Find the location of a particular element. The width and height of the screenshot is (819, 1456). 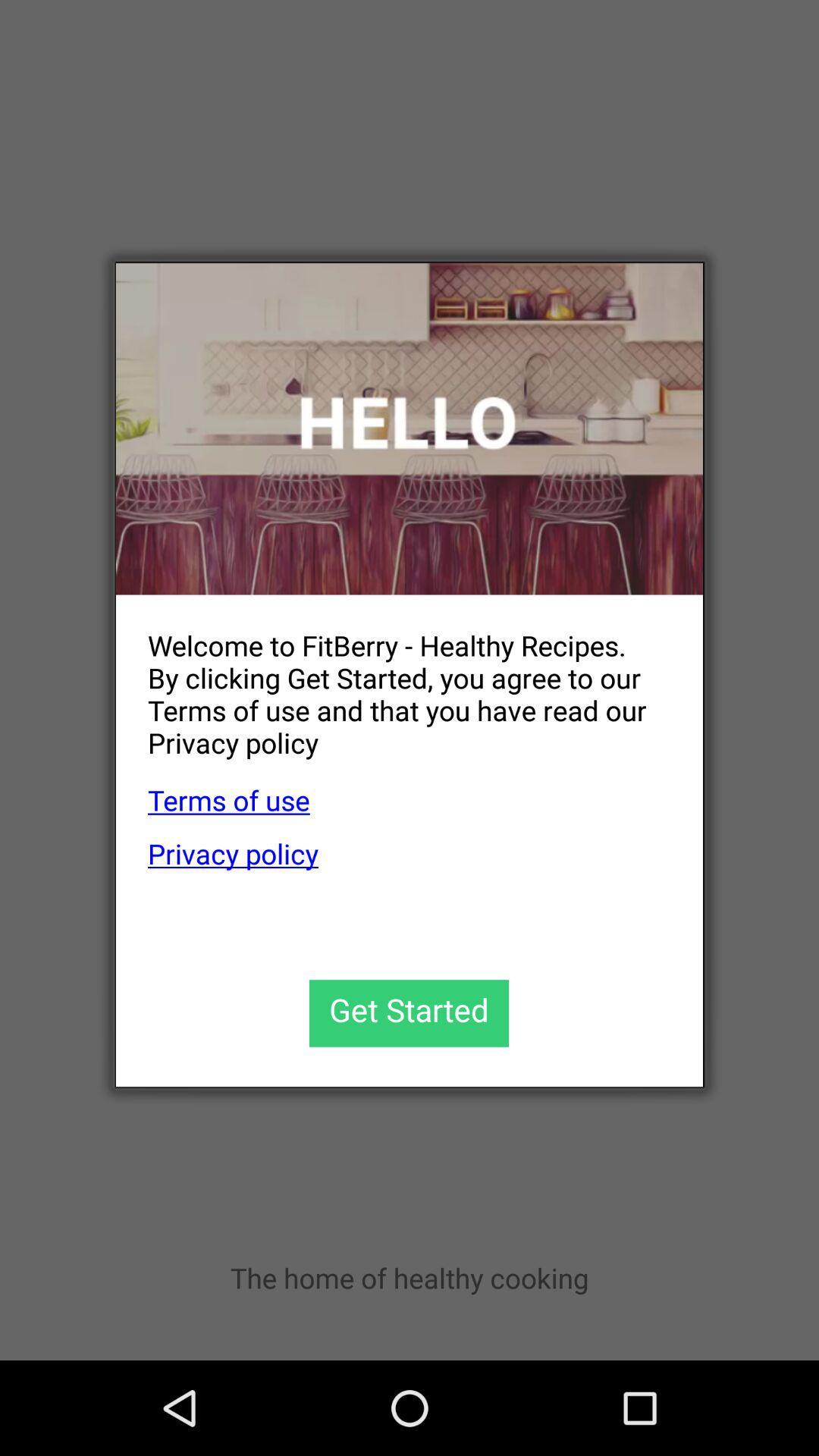

icon at the top is located at coordinates (409, 428).